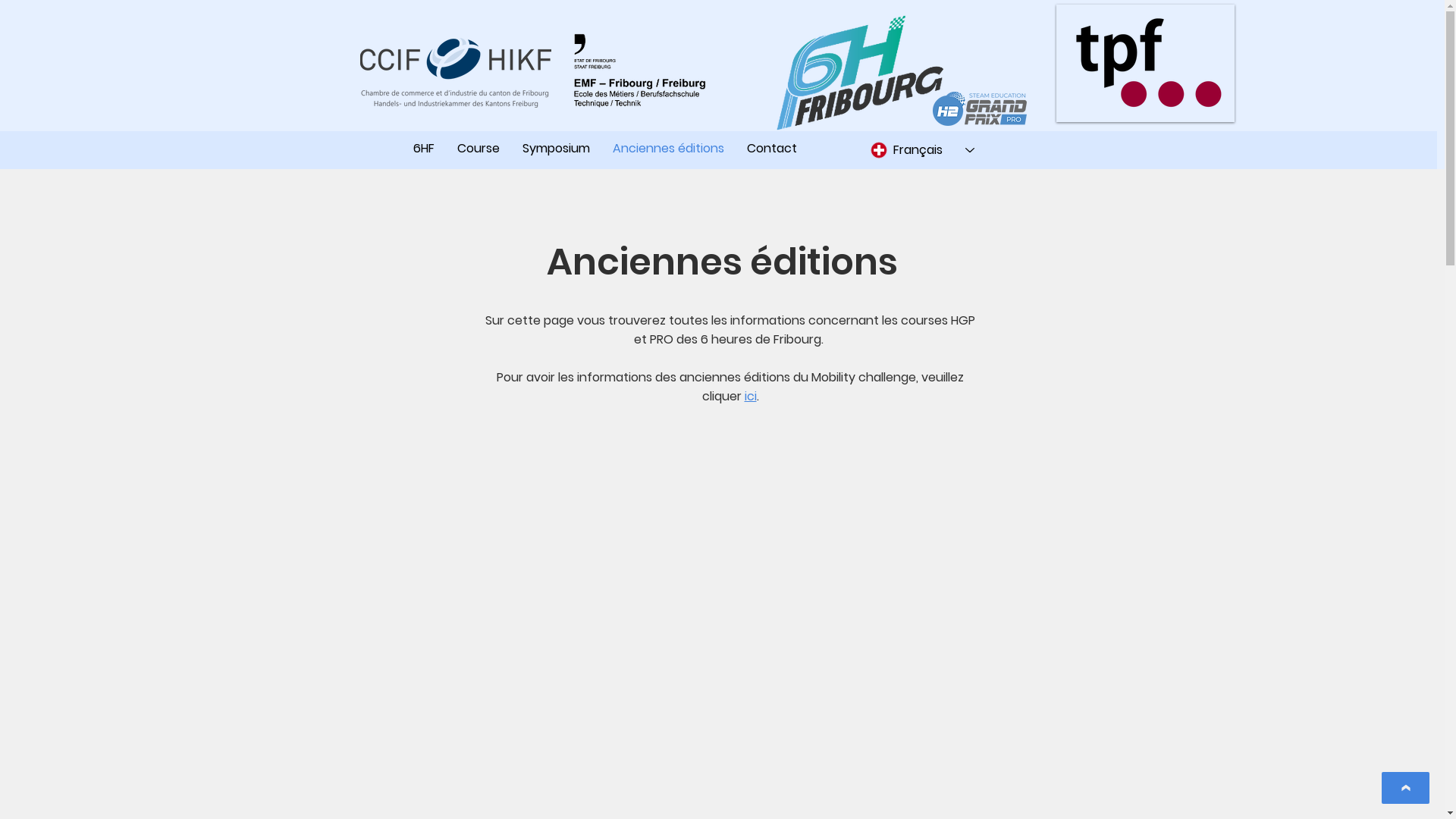 The height and width of the screenshot is (819, 1456). Describe the element at coordinates (771, 149) in the screenshot. I see `'Contact'` at that location.